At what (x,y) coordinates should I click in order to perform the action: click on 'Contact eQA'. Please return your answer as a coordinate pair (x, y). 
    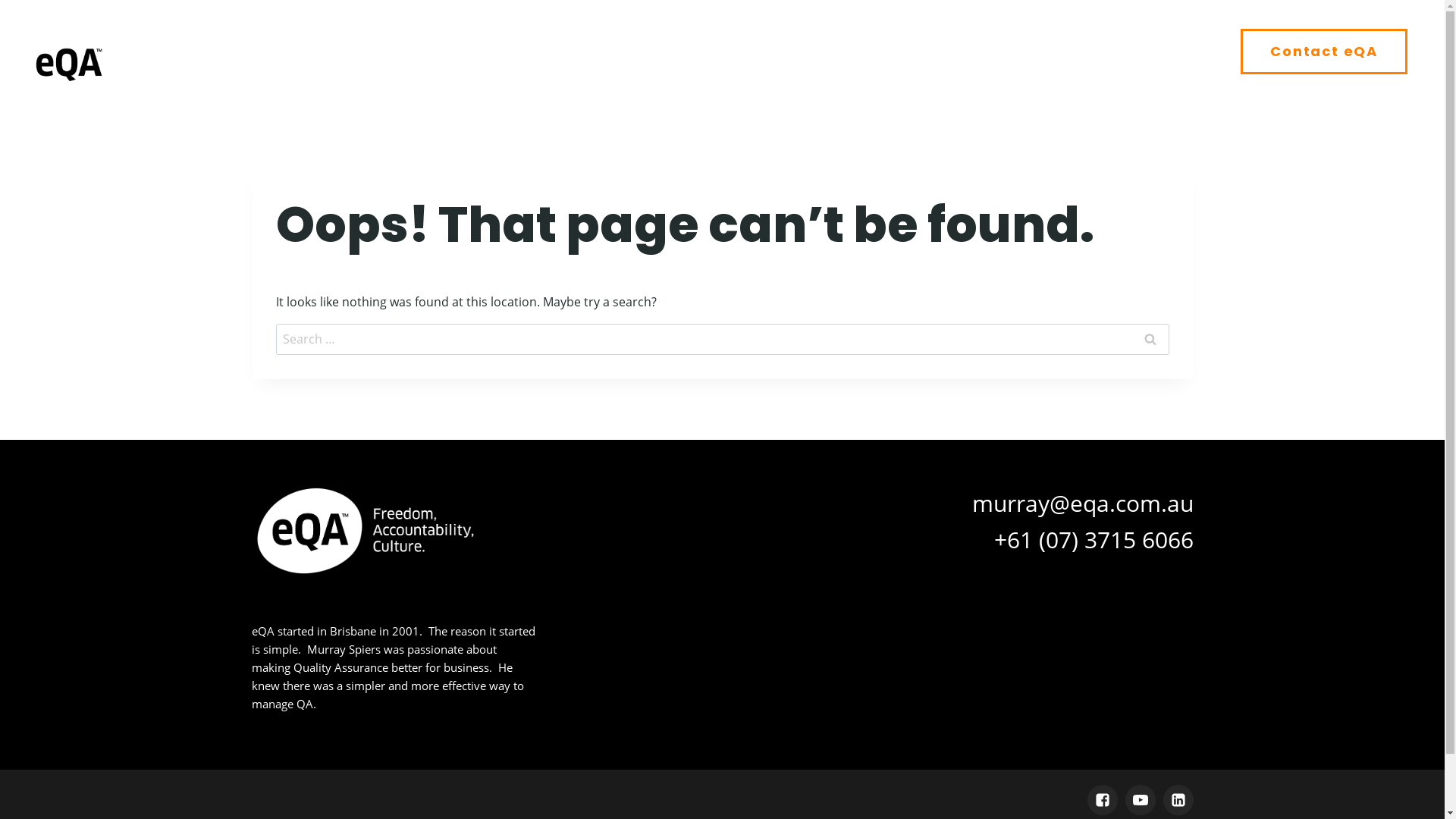
    Looking at the image, I should click on (1323, 51).